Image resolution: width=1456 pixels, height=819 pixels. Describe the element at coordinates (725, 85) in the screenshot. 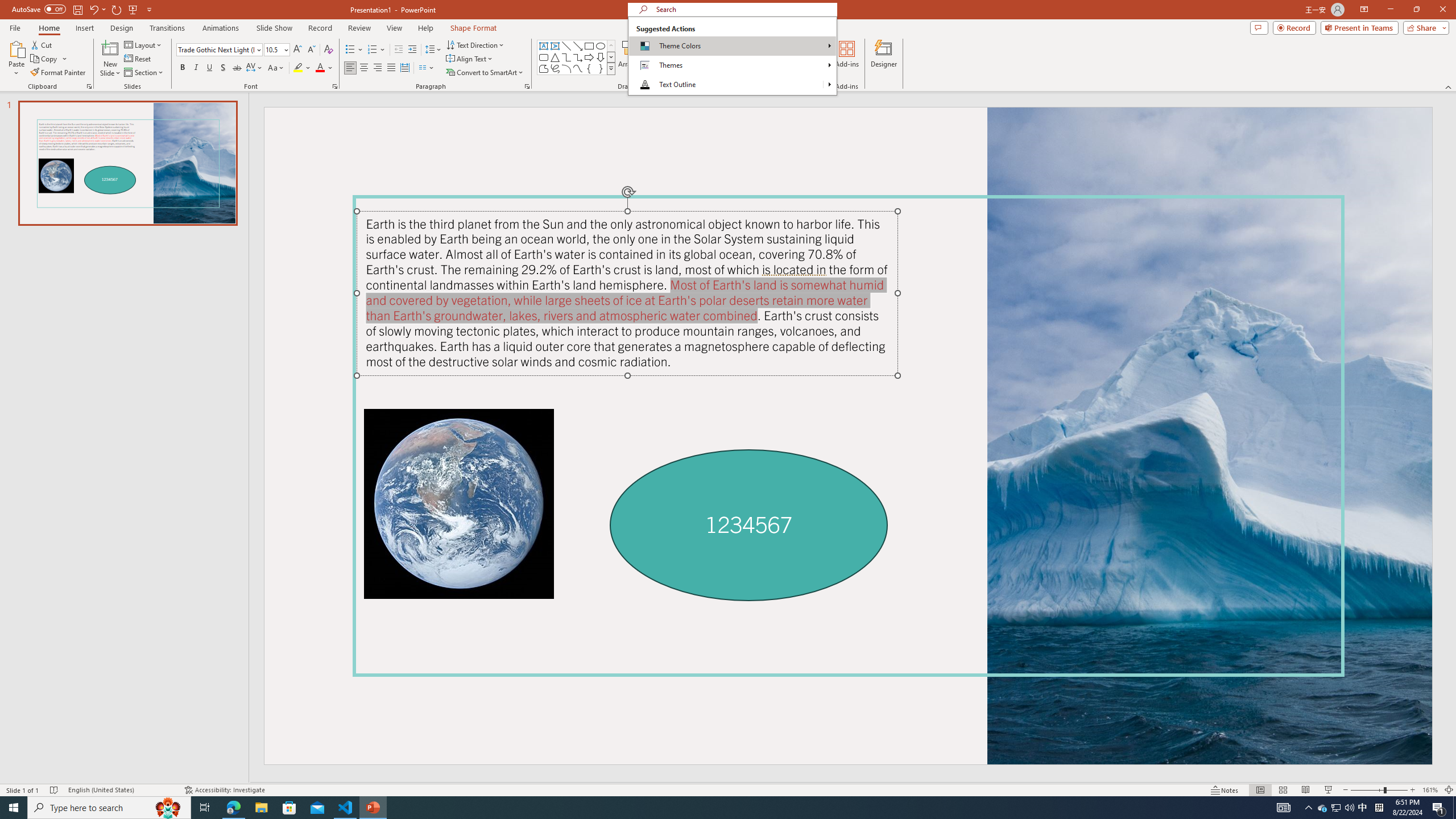

I see `'Text Outline'` at that location.